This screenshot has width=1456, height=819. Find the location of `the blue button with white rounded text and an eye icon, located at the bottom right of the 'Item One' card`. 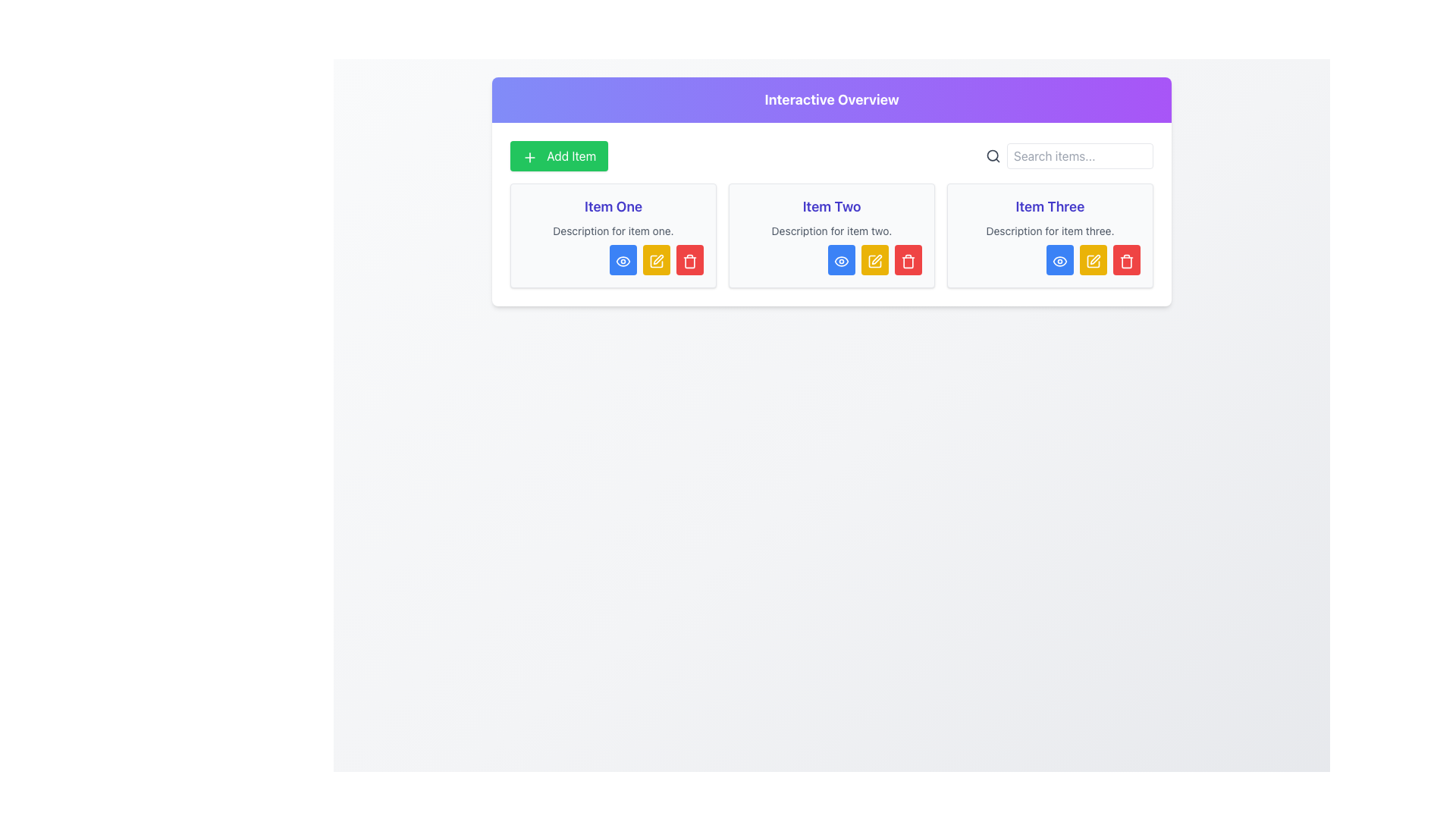

the blue button with white rounded text and an eye icon, located at the bottom right of the 'Item One' card is located at coordinates (613, 259).